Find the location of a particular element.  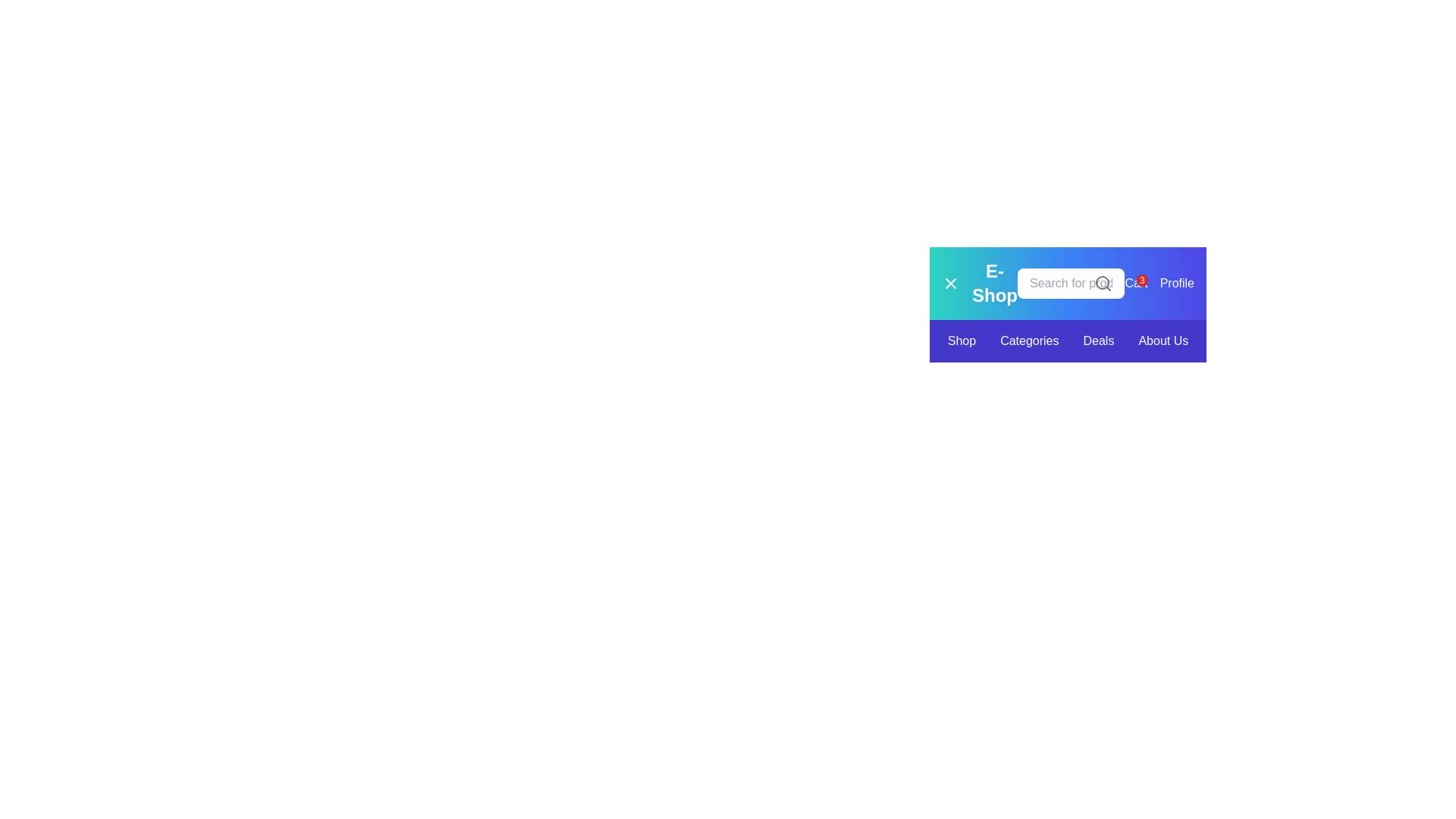

the red circular notification badge displaying the number '3' is located at coordinates (1142, 281).